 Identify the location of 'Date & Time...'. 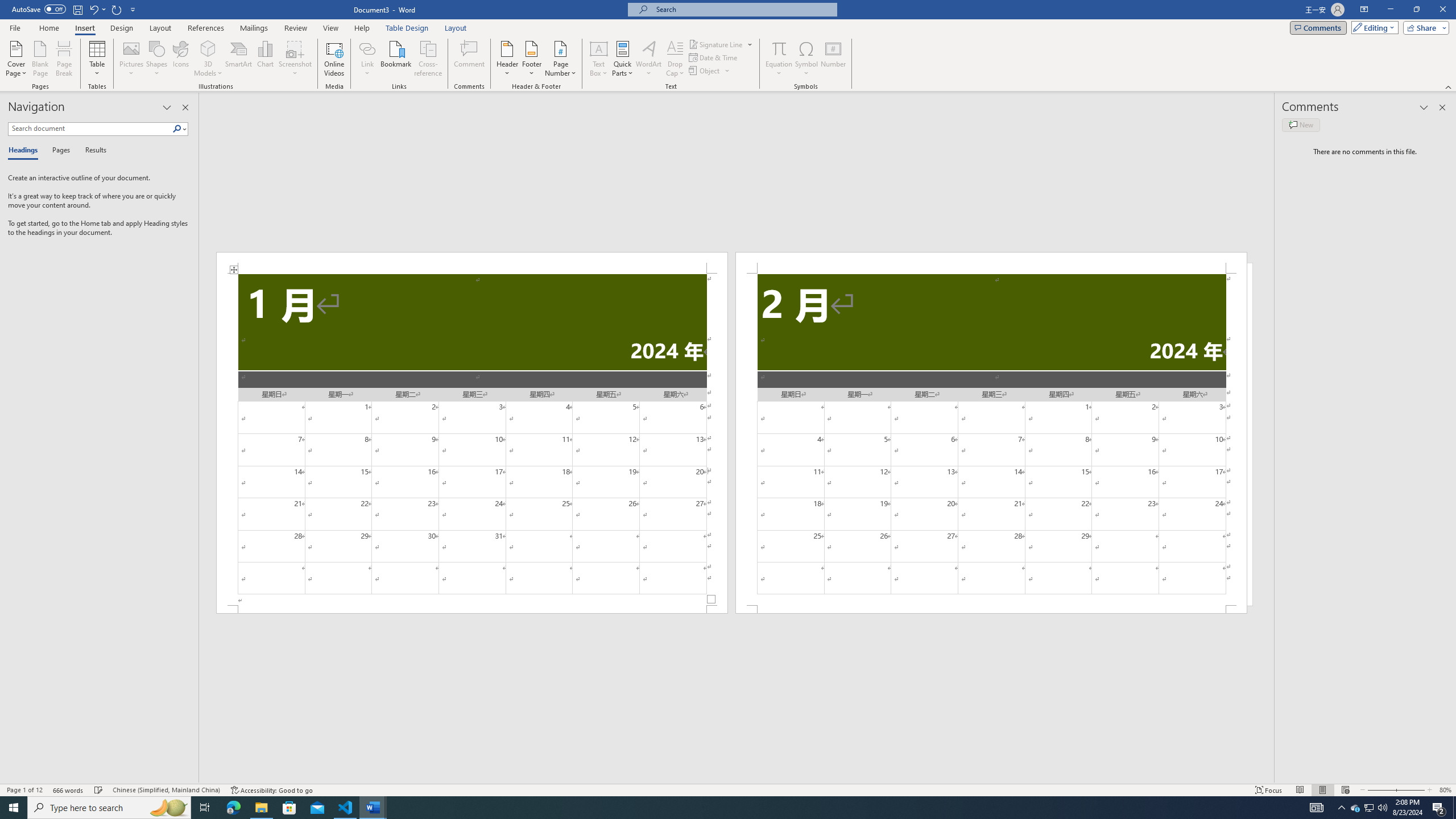
(714, 56).